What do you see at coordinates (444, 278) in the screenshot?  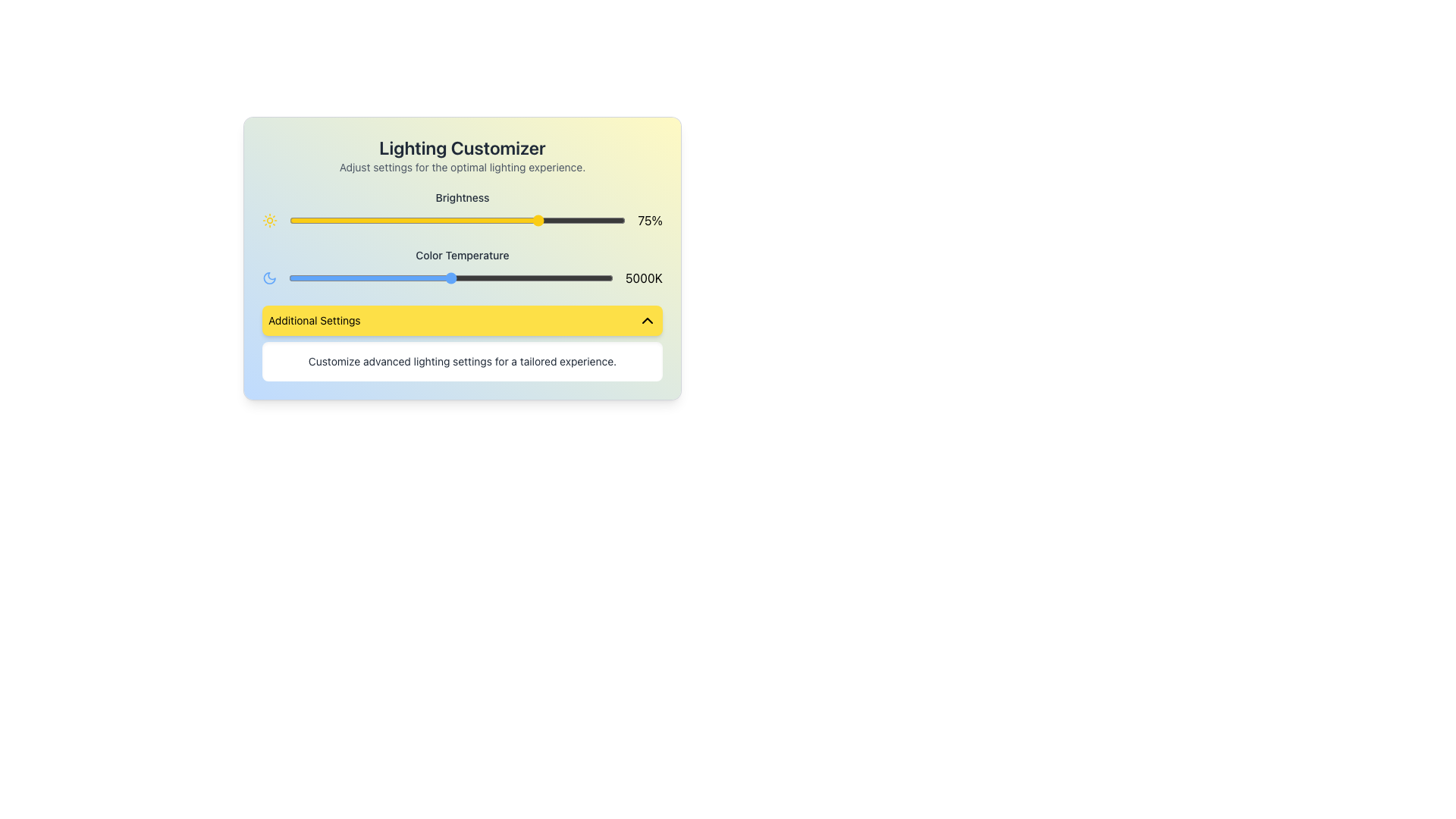 I see `the color temperature` at bounding box center [444, 278].